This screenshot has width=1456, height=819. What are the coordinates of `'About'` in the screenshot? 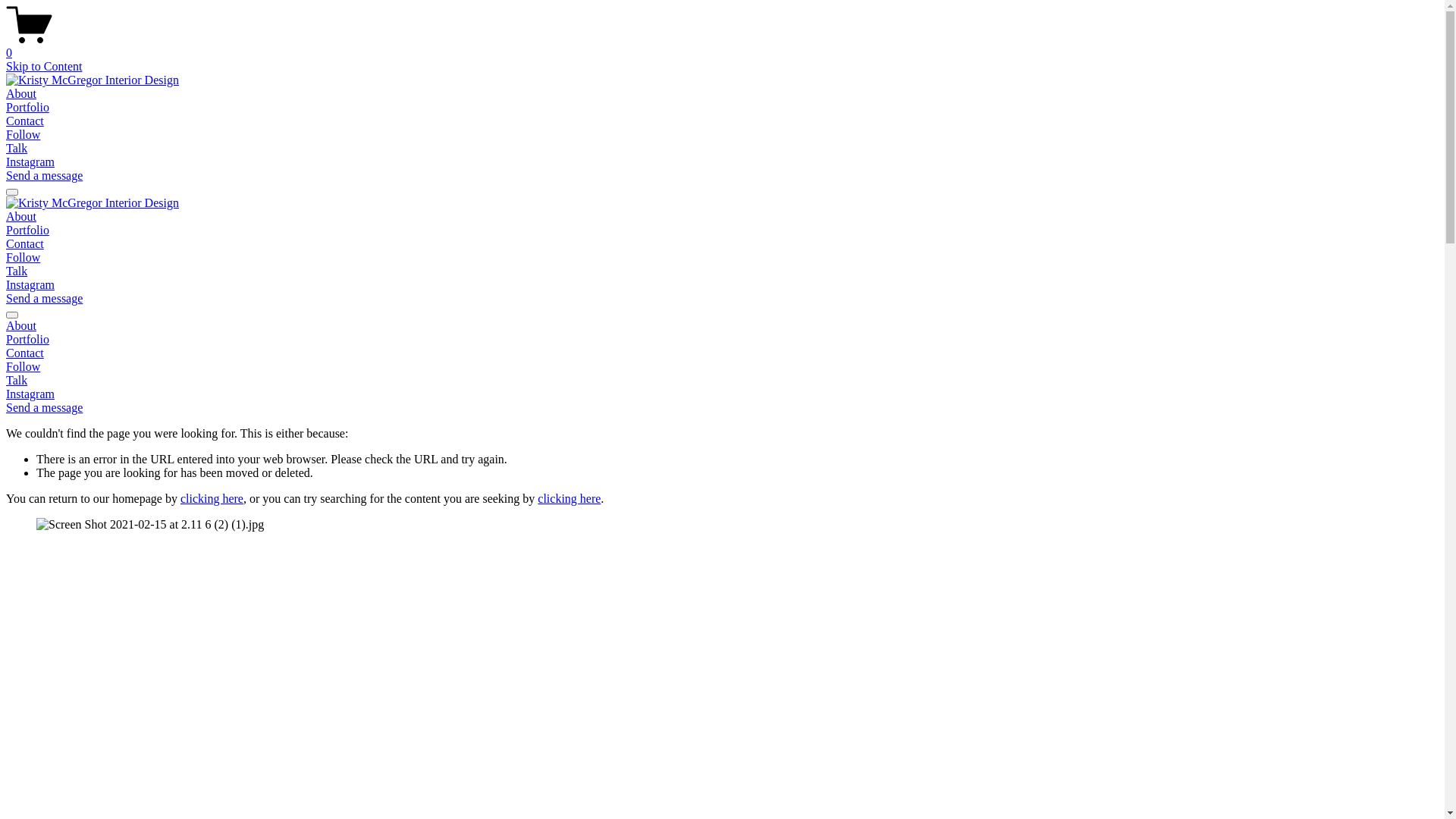 It's located at (21, 216).